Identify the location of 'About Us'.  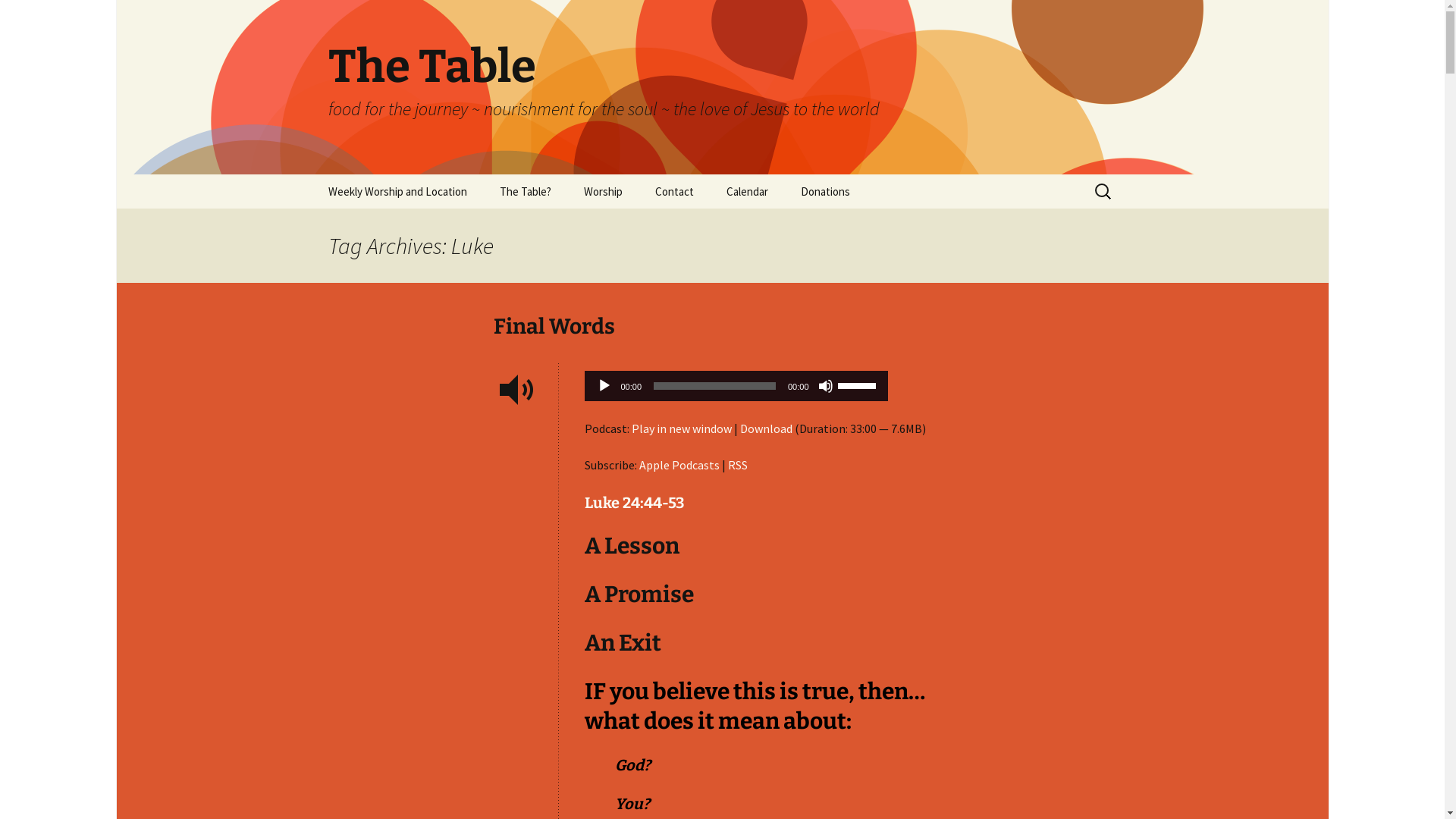
(559, 225).